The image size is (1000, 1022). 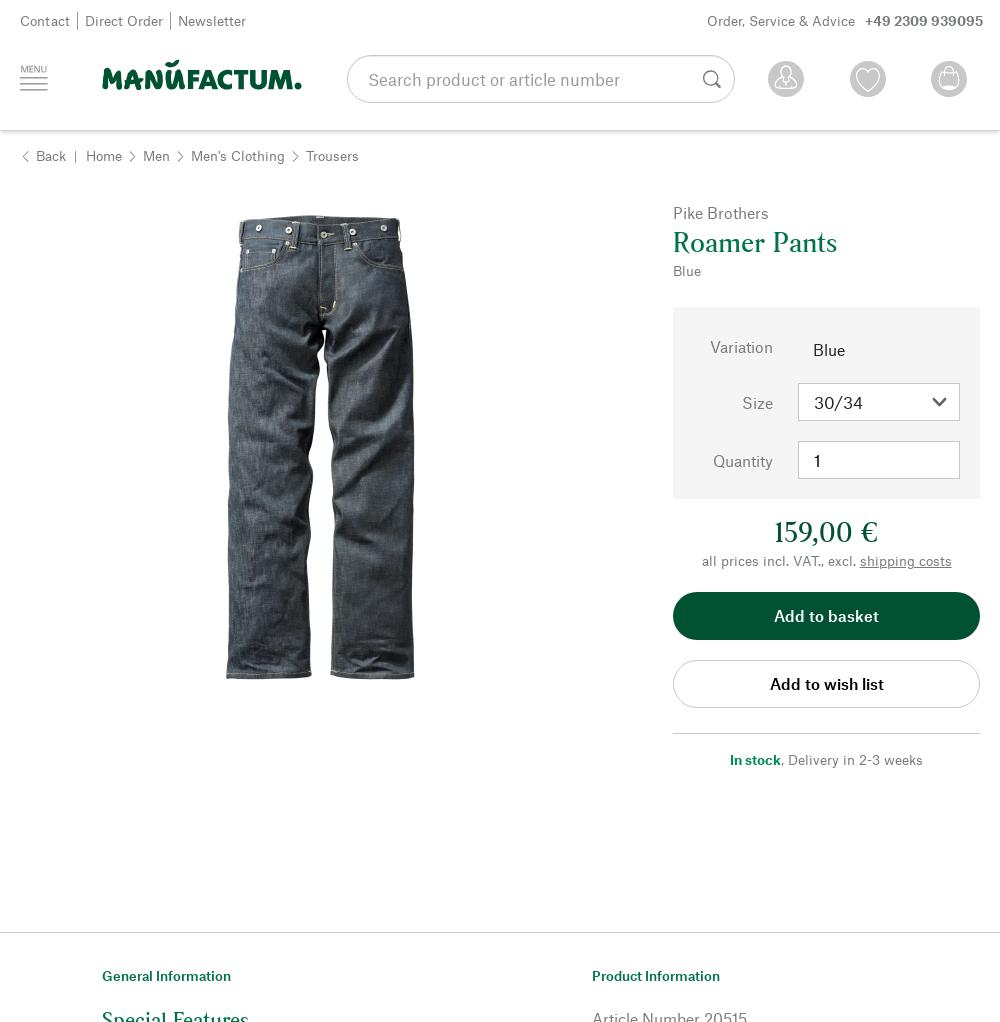 I want to click on 'Newsletter', so click(x=178, y=19).